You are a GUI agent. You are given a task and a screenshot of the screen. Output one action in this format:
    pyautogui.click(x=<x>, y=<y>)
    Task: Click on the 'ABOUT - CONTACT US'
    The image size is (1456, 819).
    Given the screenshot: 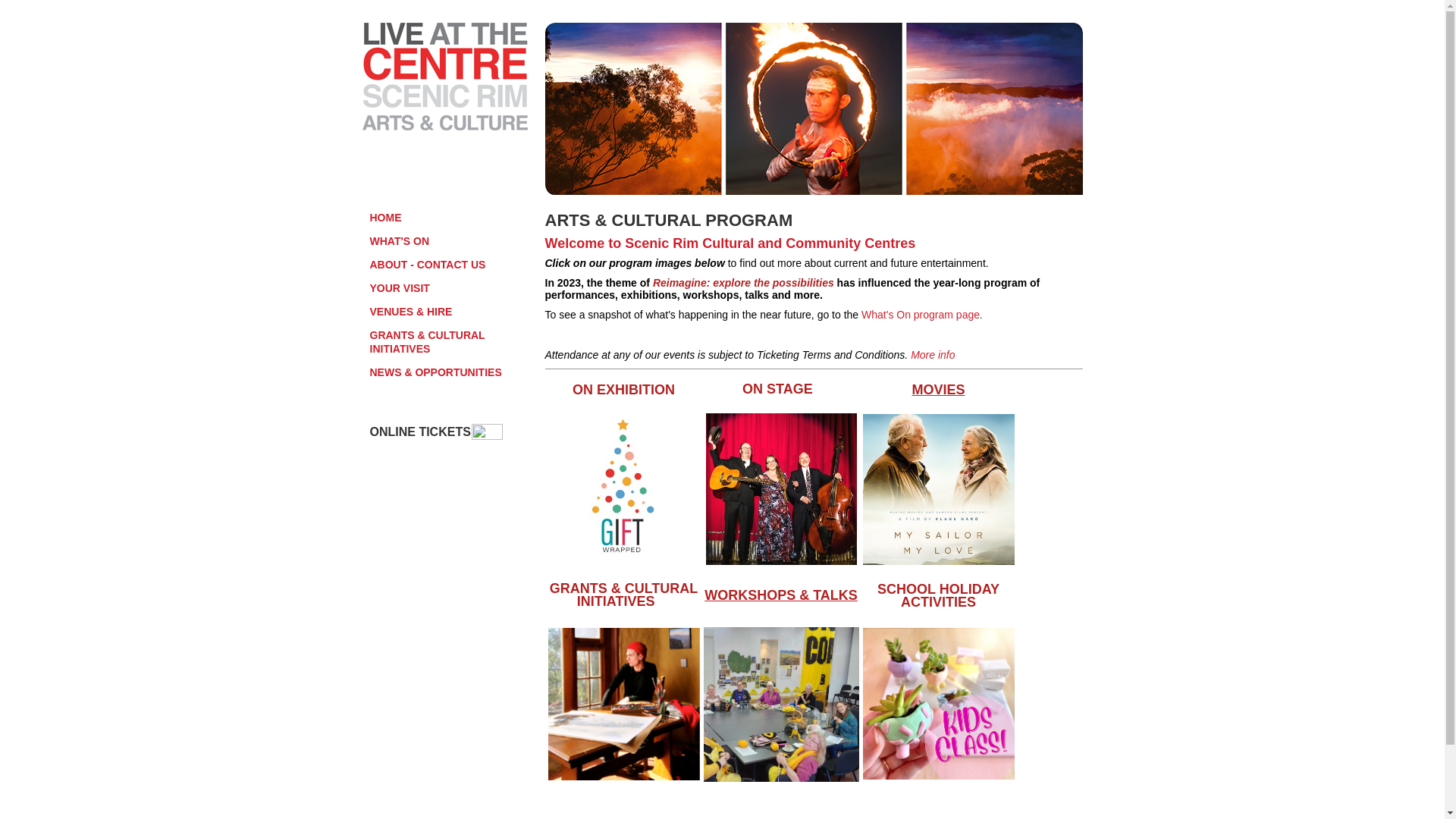 What is the action you would take?
    pyautogui.click(x=450, y=263)
    